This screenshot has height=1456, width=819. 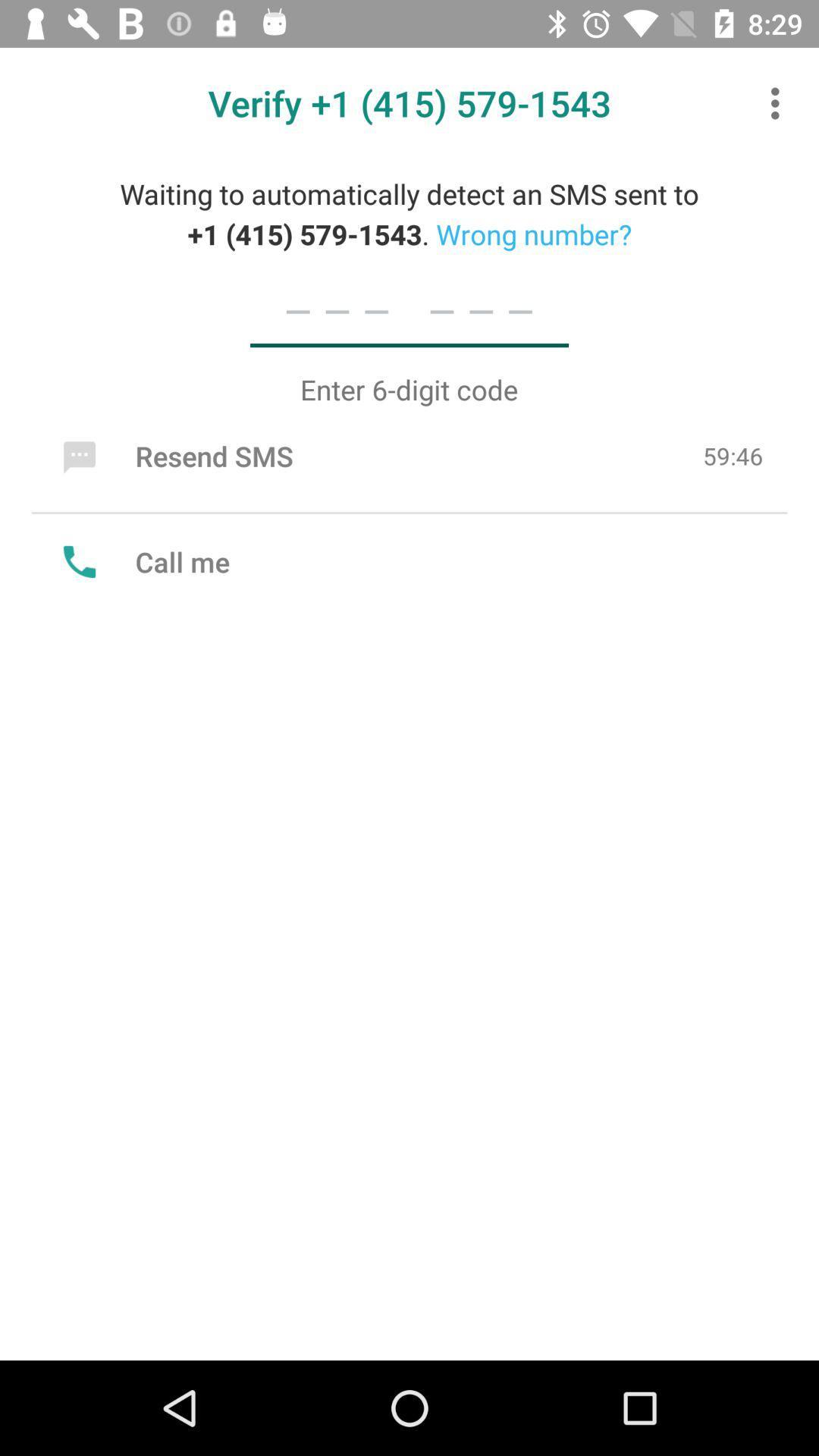 What do you see at coordinates (174, 455) in the screenshot?
I see `the item at the top left corner` at bounding box center [174, 455].